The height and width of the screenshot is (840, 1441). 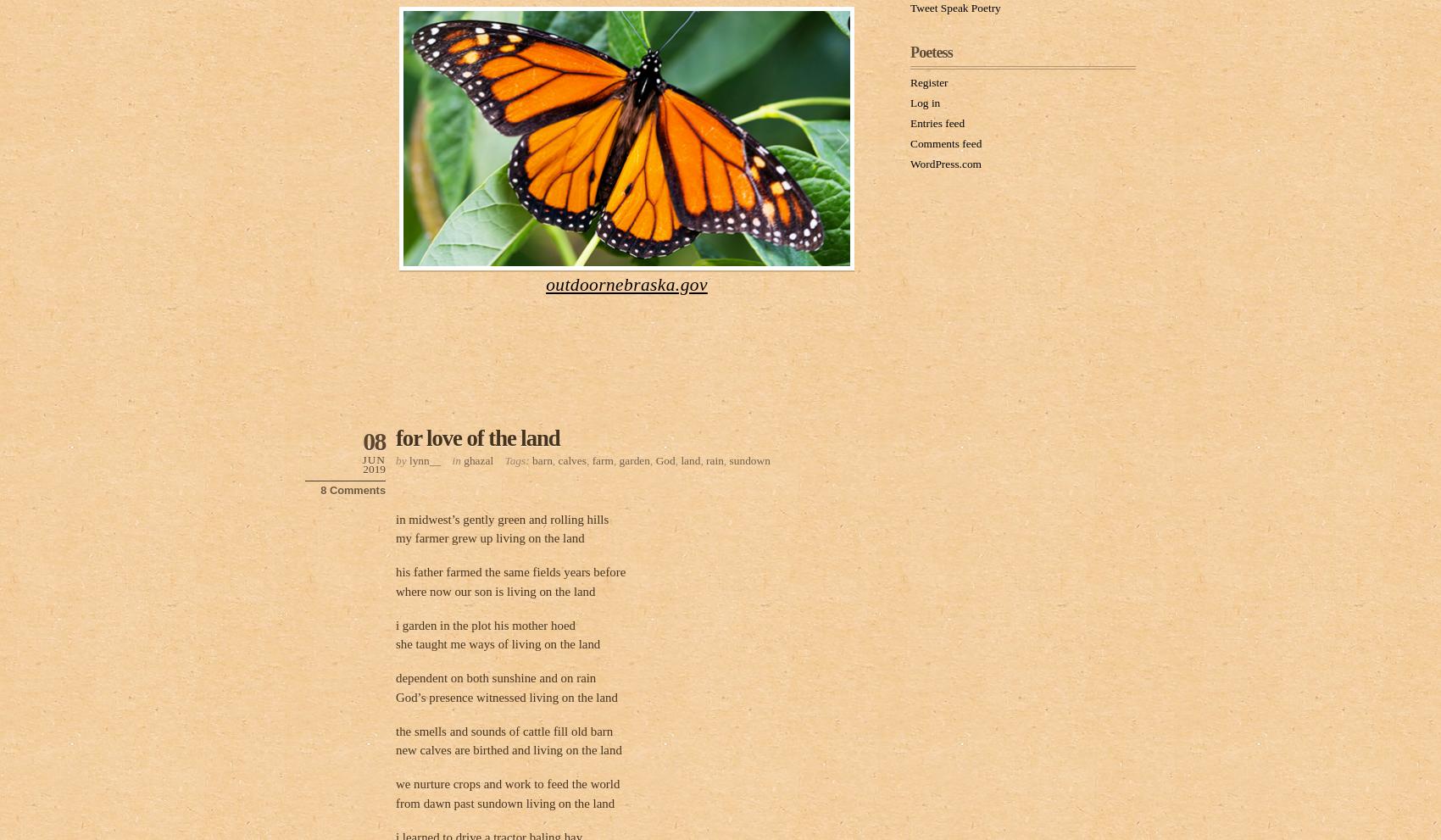 What do you see at coordinates (456, 459) in the screenshot?
I see `'in'` at bounding box center [456, 459].